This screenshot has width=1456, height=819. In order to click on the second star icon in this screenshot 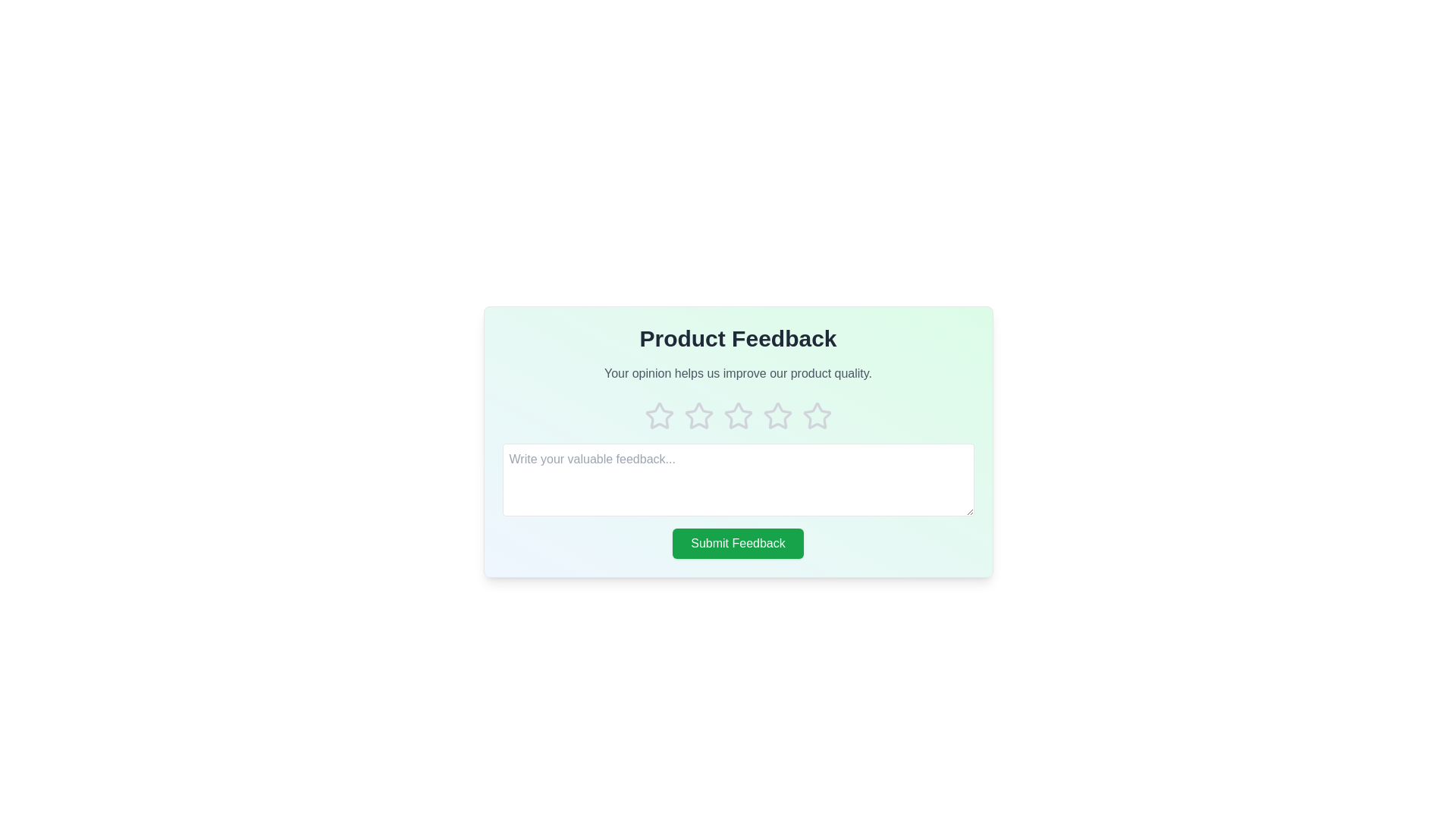, I will do `click(698, 415)`.